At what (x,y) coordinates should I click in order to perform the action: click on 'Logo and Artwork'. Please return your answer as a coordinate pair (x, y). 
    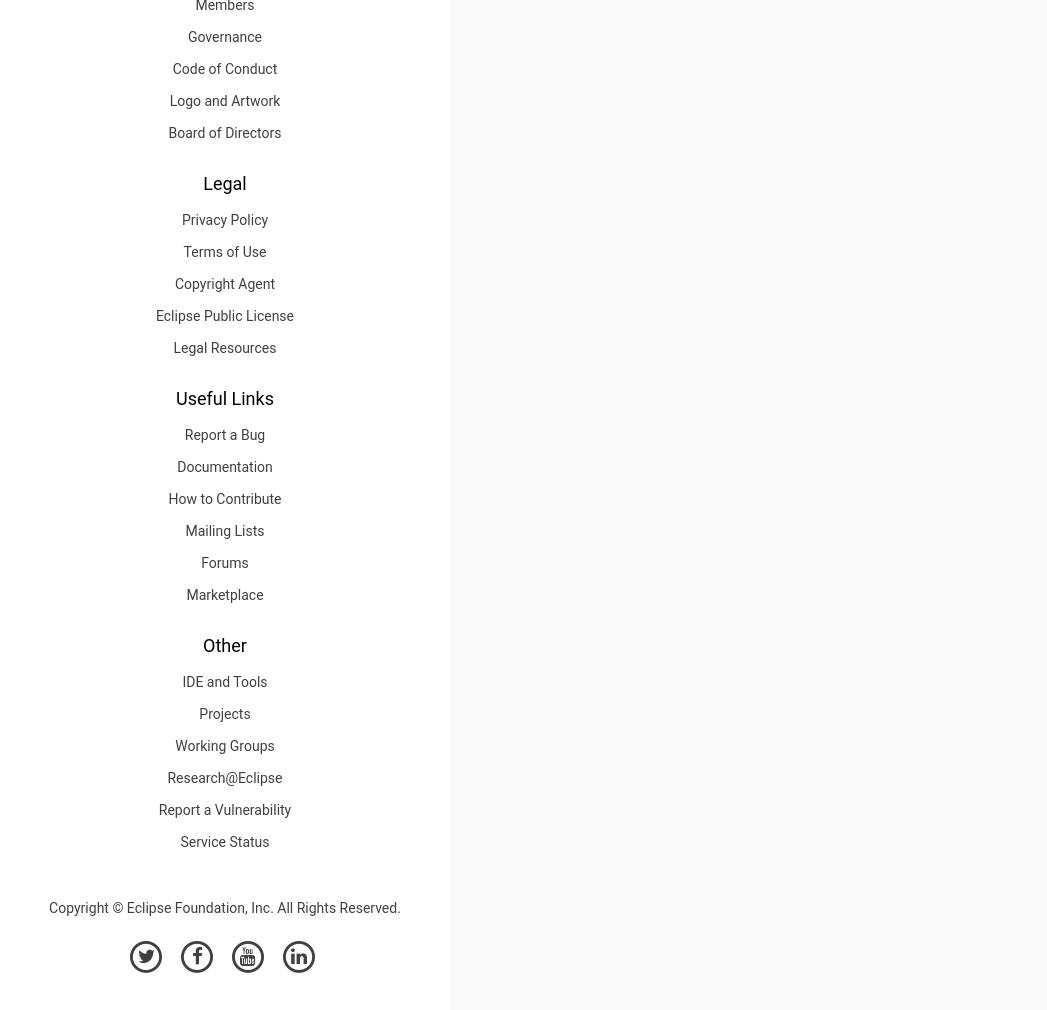
    Looking at the image, I should click on (223, 100).